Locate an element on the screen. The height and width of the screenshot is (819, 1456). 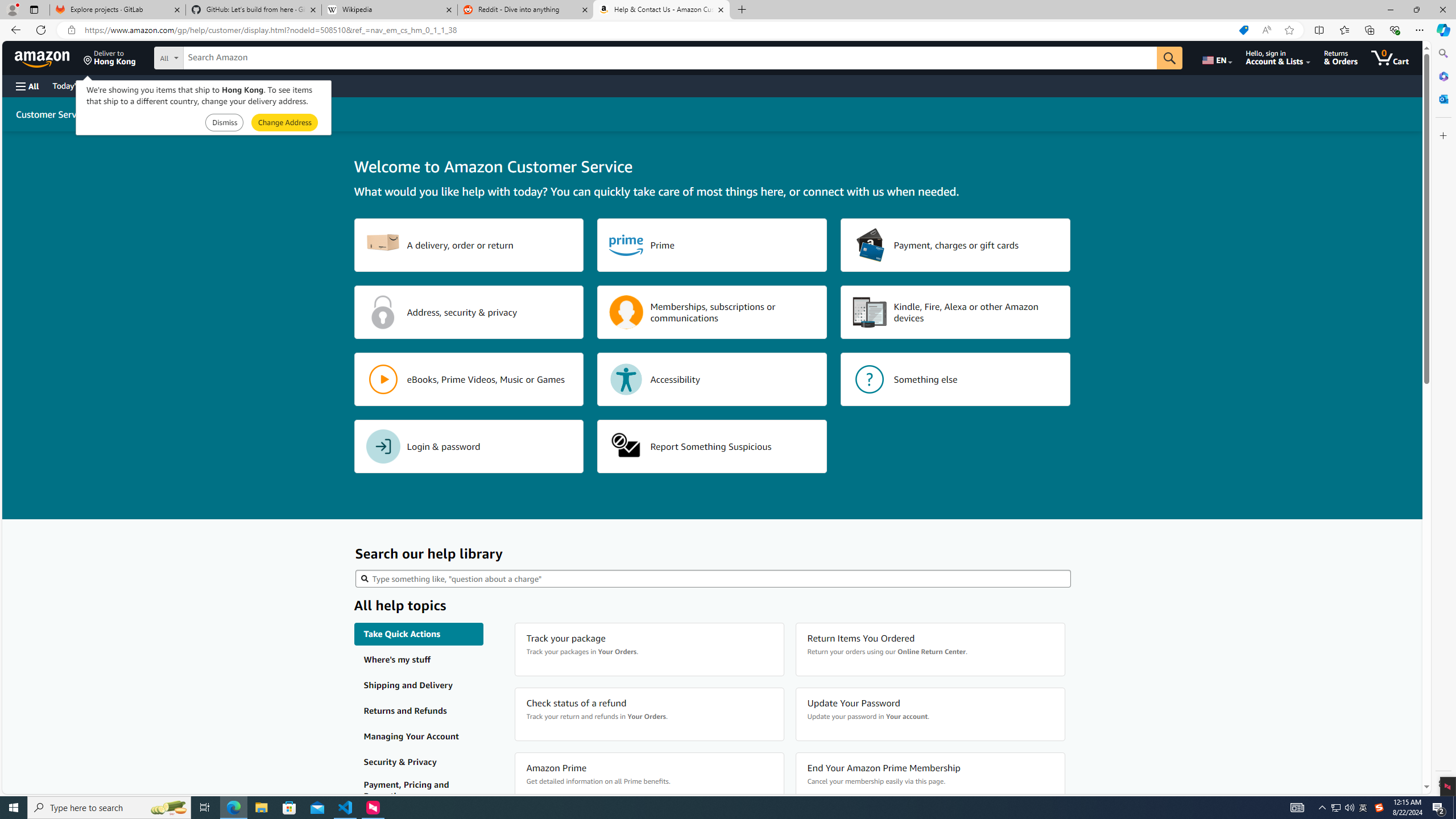
'Side bar' is located at coordinates (1443, 418).